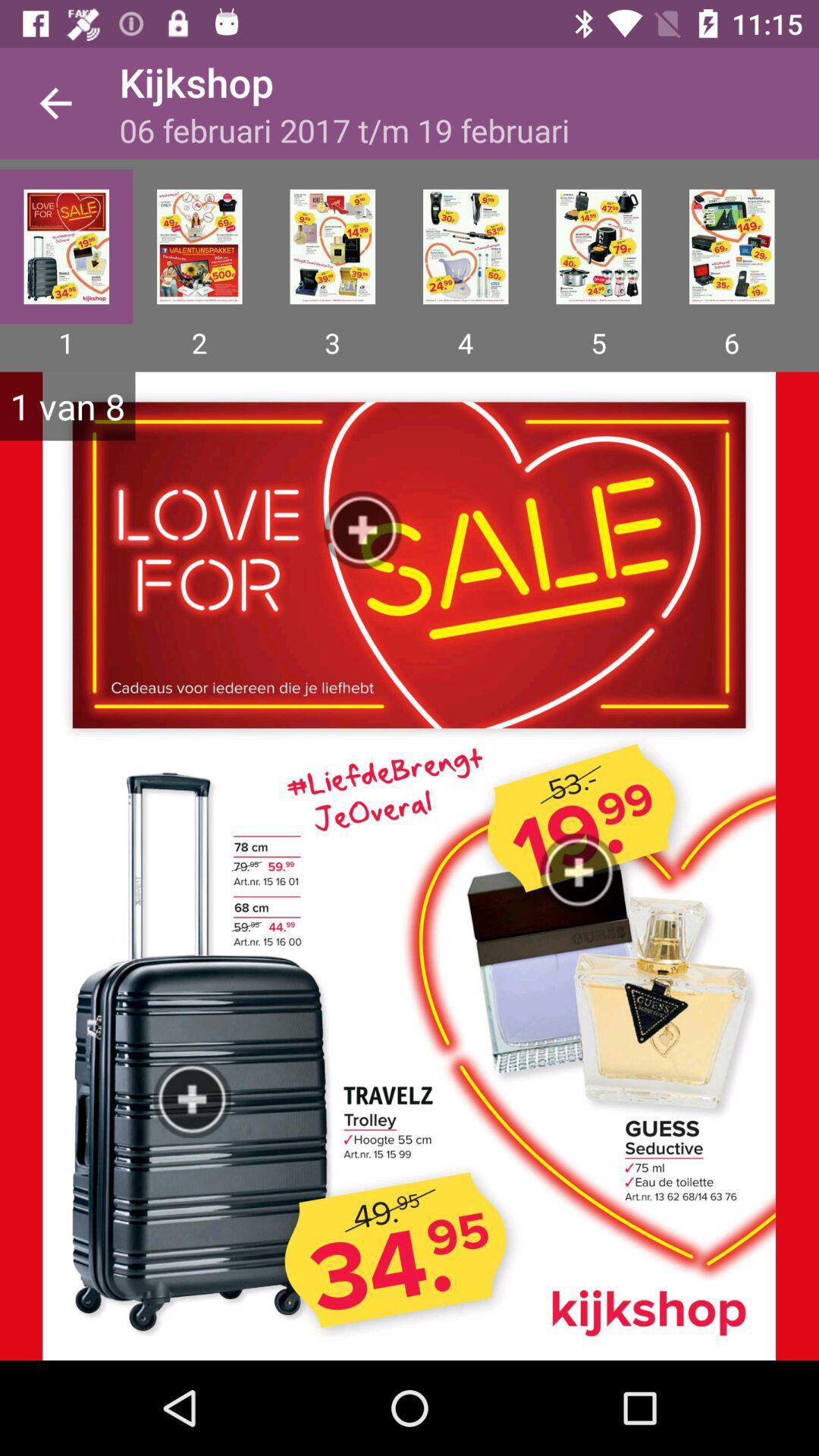 The height and width of the screenshot is (1456, 819). Describe the element at coordinates (199, 246) in the screenshot. I see `the book icon` at that location.